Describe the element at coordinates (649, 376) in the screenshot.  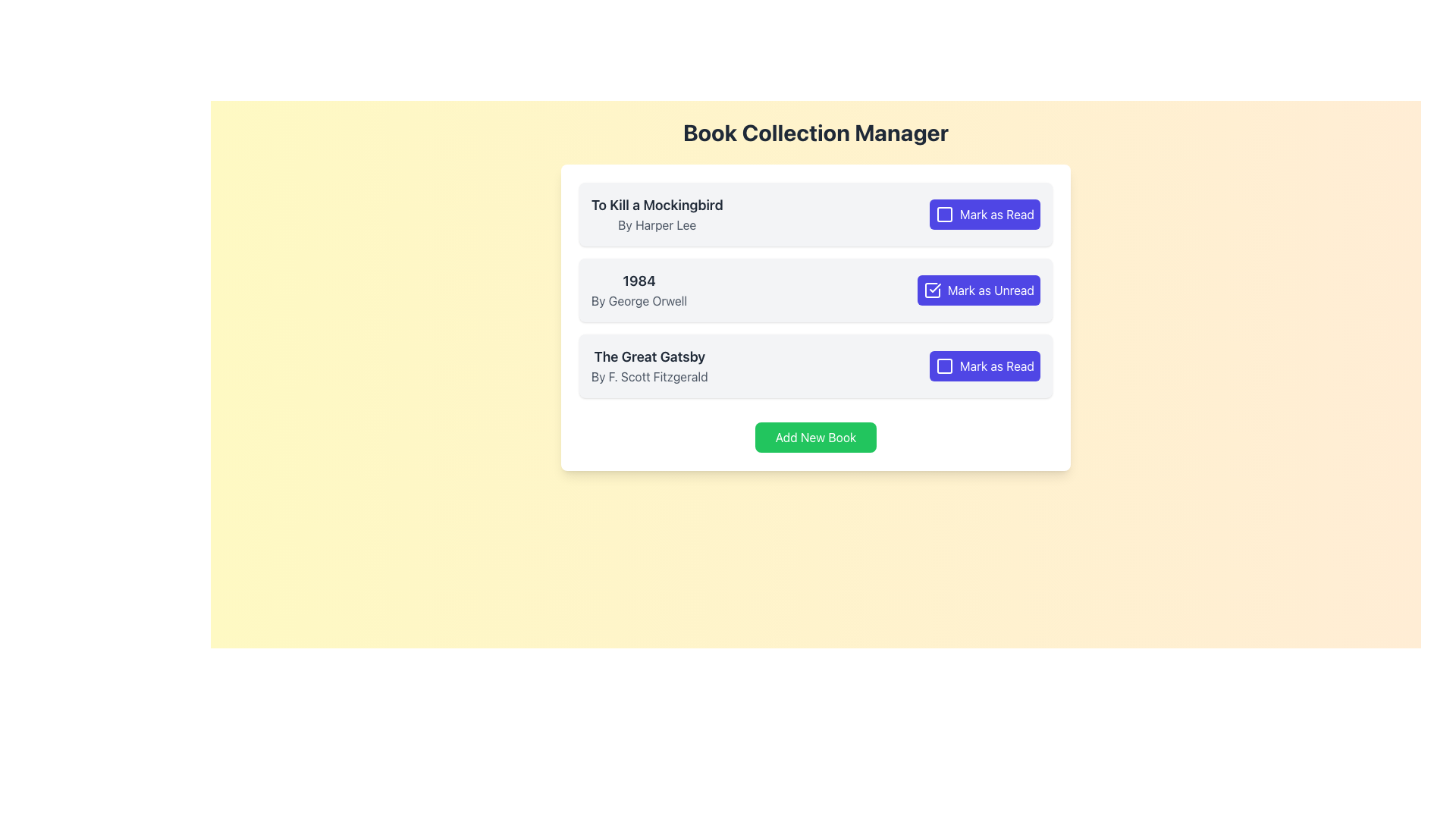
I see `the text element that displays 'By F. Scott Fitzgerald', which is styled in gray and positioned directly below 'The Great Gatsby'` at that location.